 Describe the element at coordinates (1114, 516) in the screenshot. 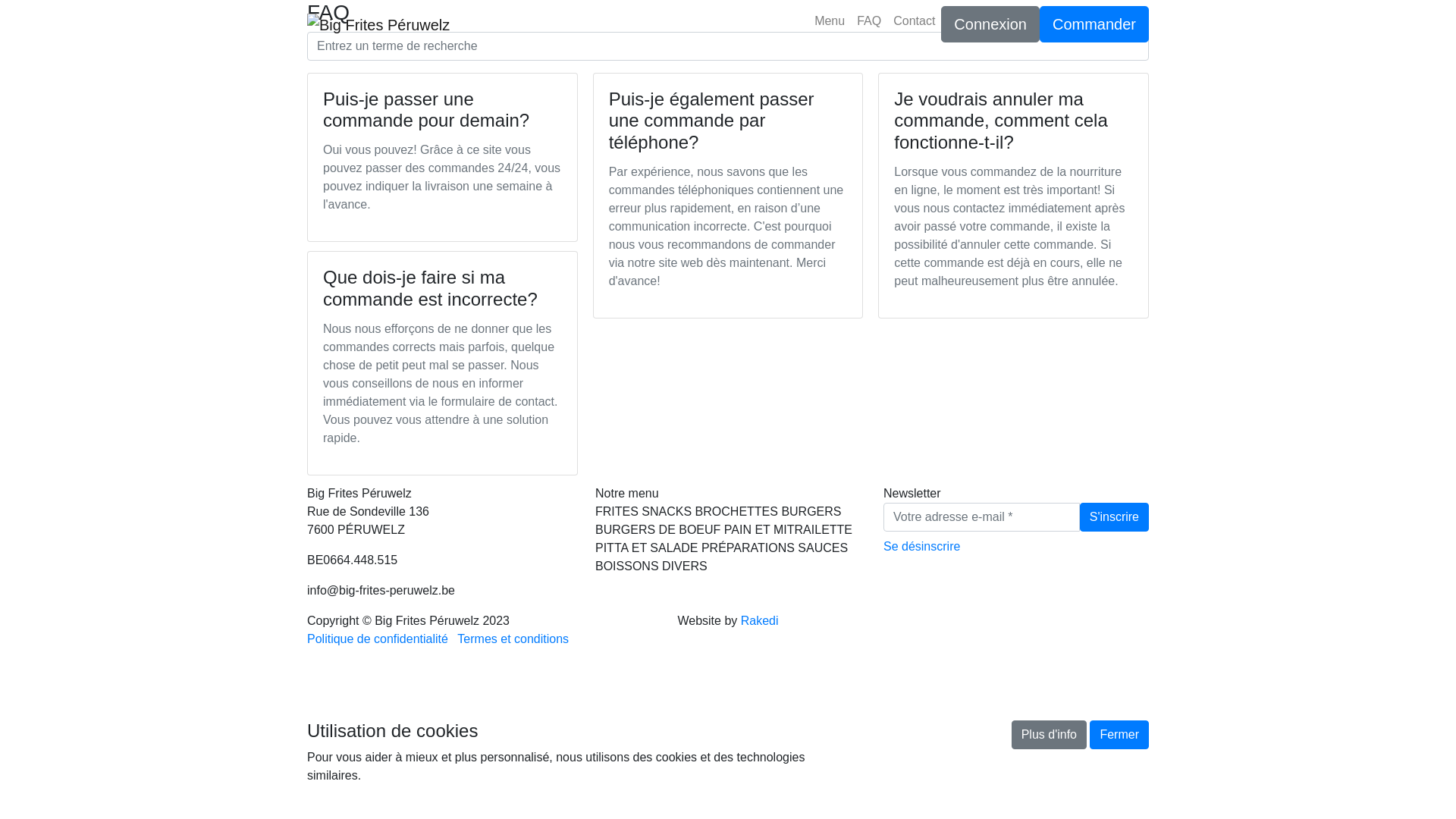

I see `'S'inscrire'` at that location.